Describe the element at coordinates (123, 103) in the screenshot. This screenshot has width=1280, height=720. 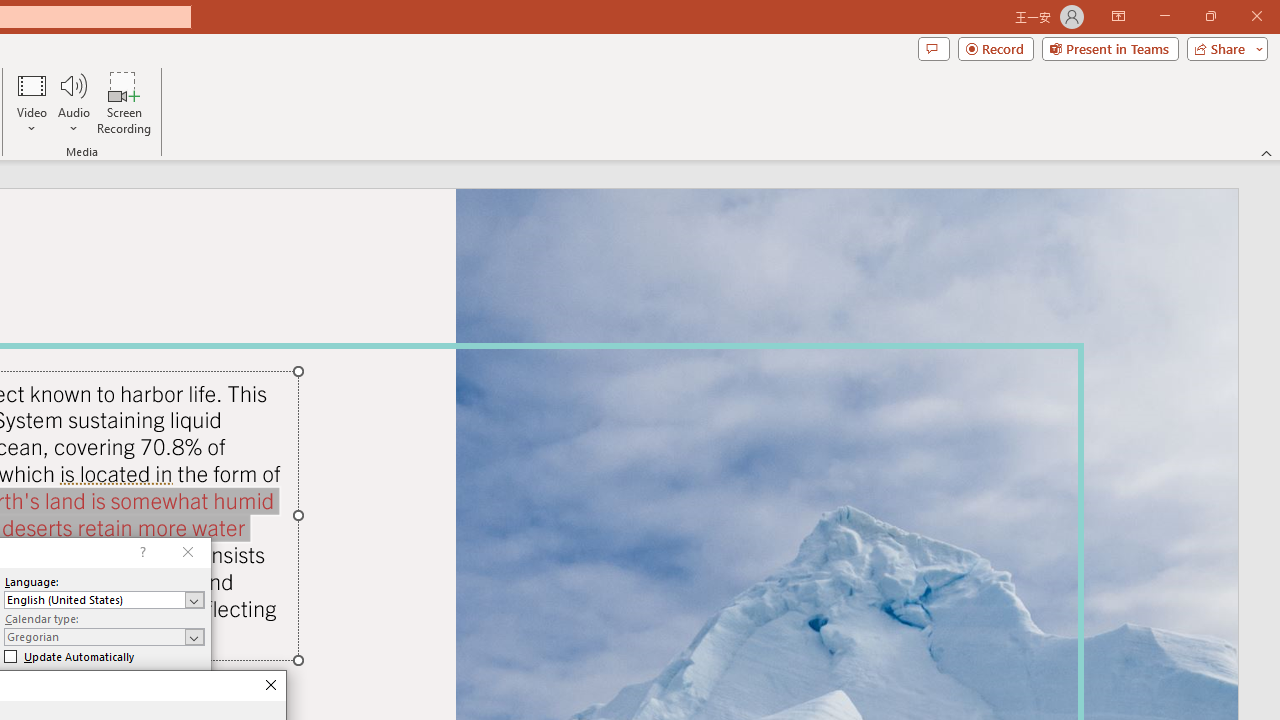
I see `'Screen Recording...'` at that location.